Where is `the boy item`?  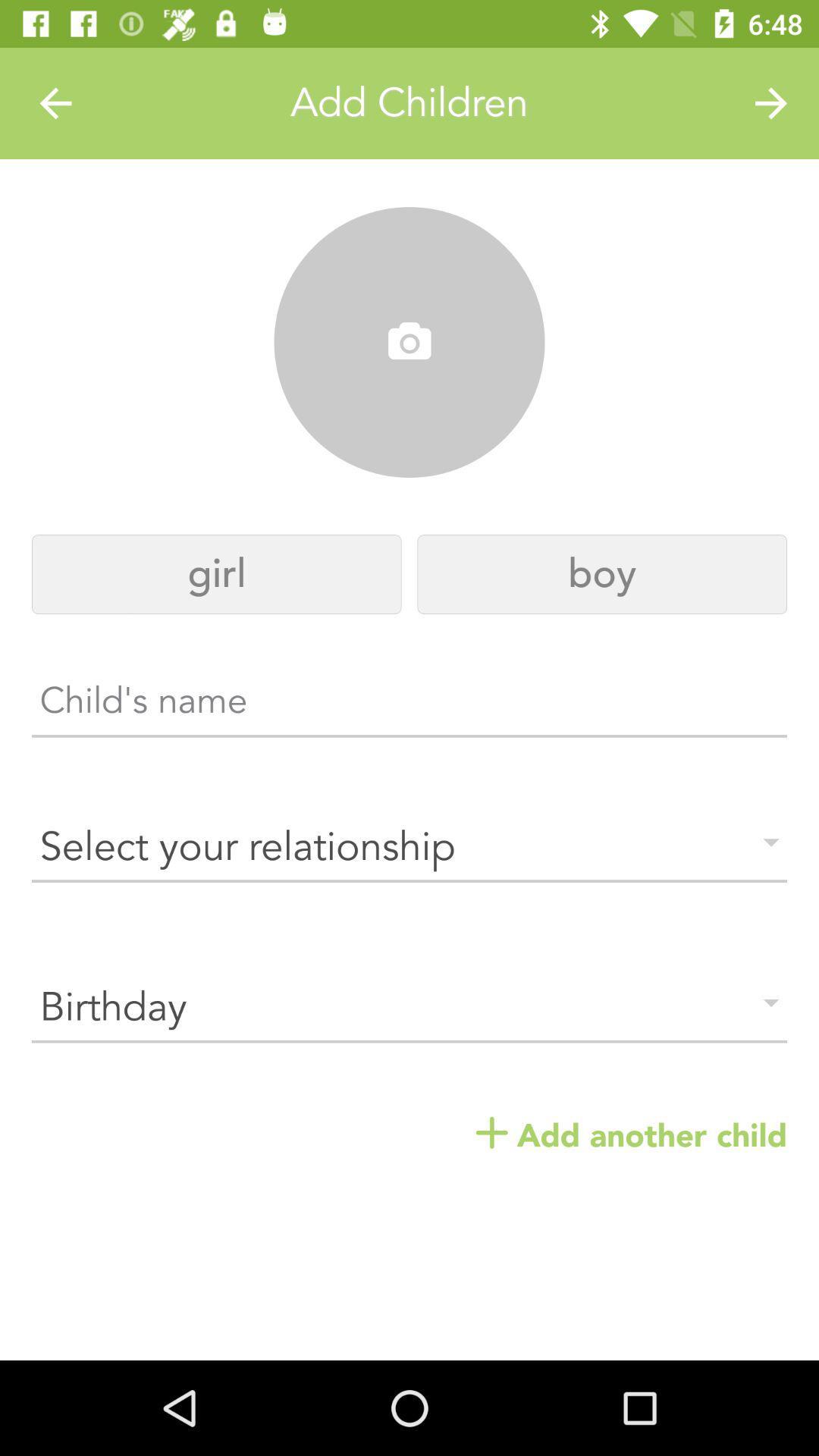
the boy item is located at coordinates (601, 573).